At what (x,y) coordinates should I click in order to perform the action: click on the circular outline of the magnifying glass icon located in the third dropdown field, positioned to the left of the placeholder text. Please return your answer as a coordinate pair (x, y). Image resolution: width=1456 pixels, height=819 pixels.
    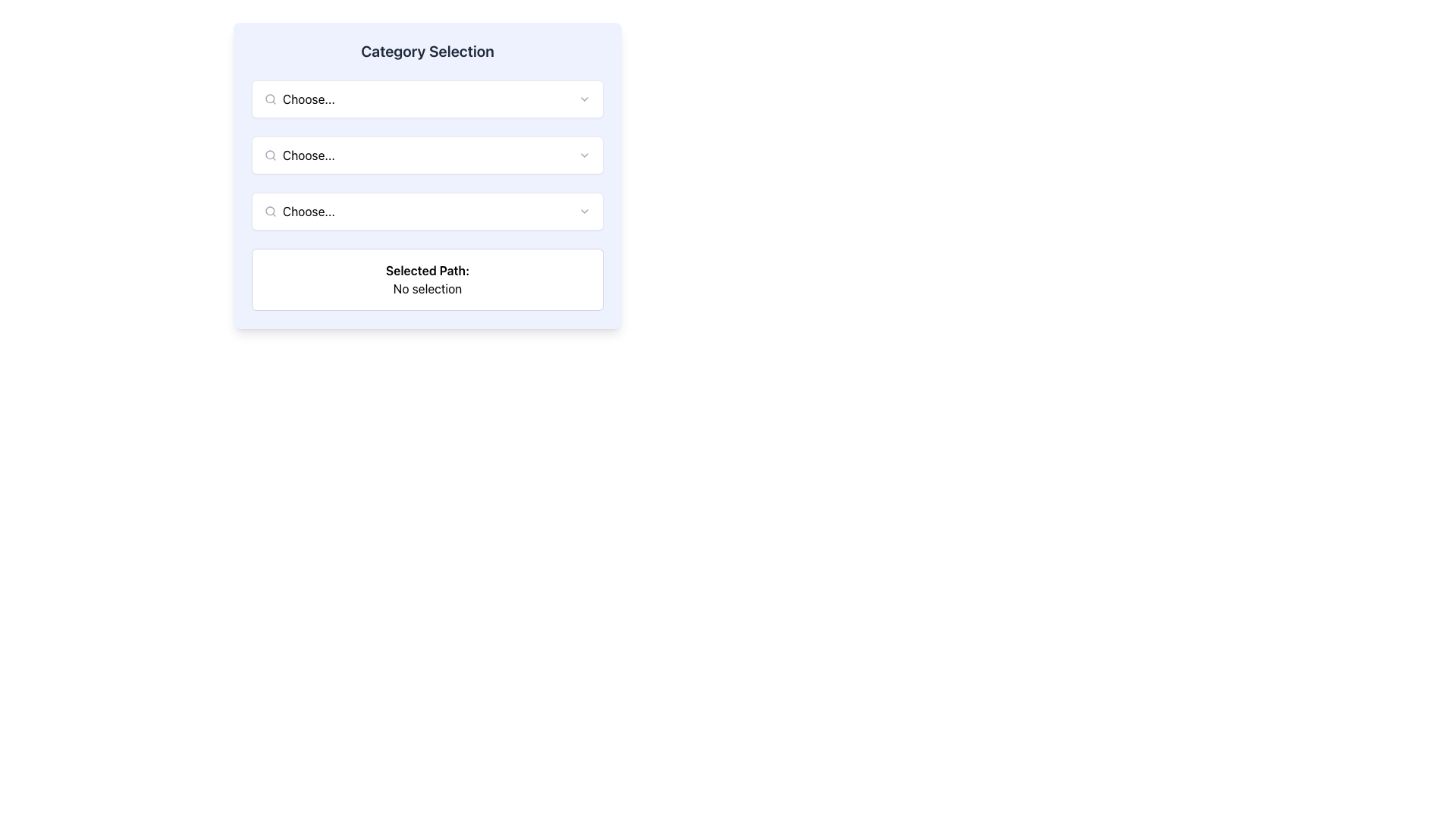
    Looking at the image, I should click on (270, 211).